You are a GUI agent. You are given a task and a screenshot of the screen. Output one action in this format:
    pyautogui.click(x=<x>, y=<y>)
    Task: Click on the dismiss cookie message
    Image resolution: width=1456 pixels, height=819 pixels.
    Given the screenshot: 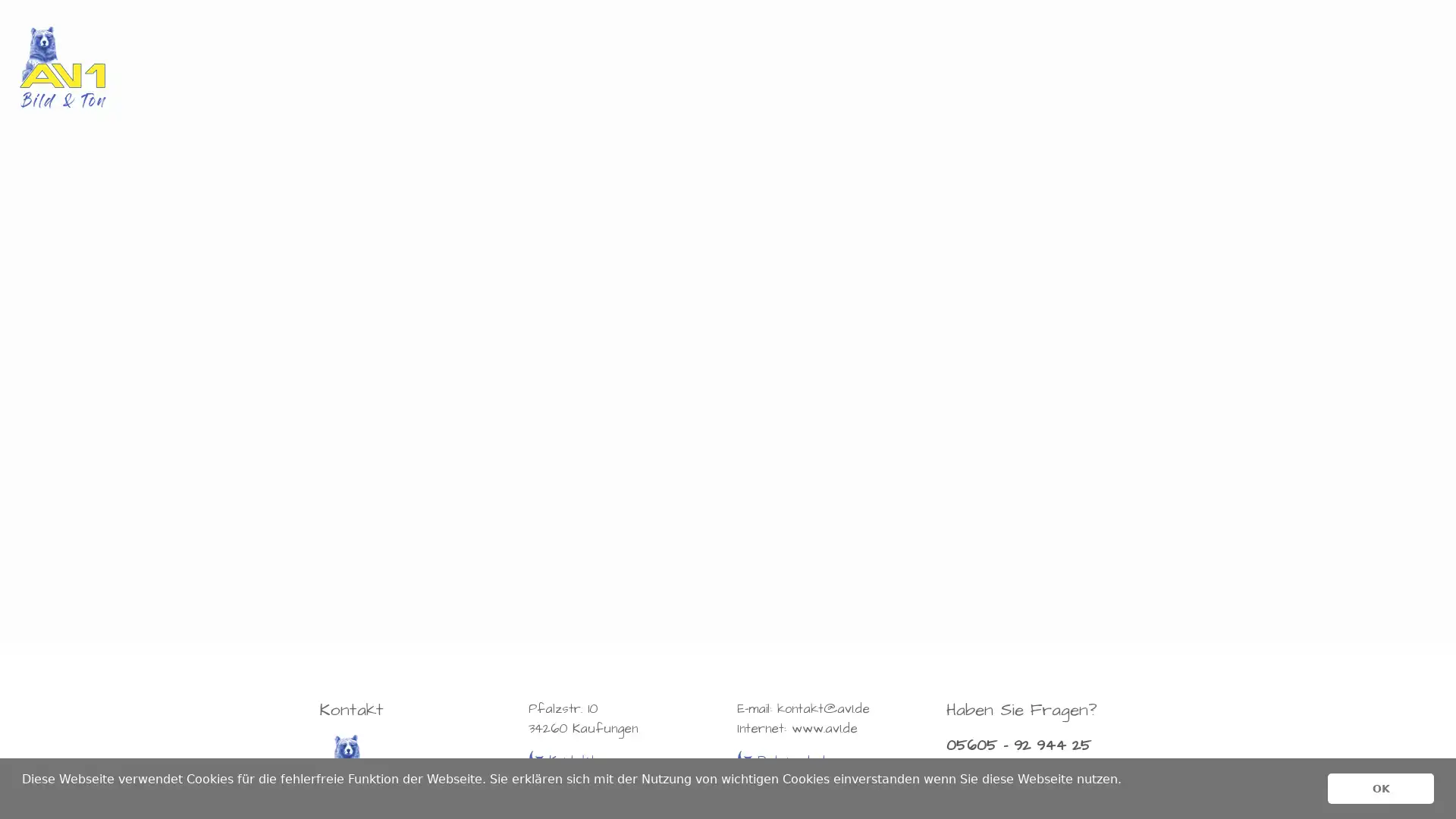 What is the action you would take?
    pyautogui.click(x=1380, y=787)
    